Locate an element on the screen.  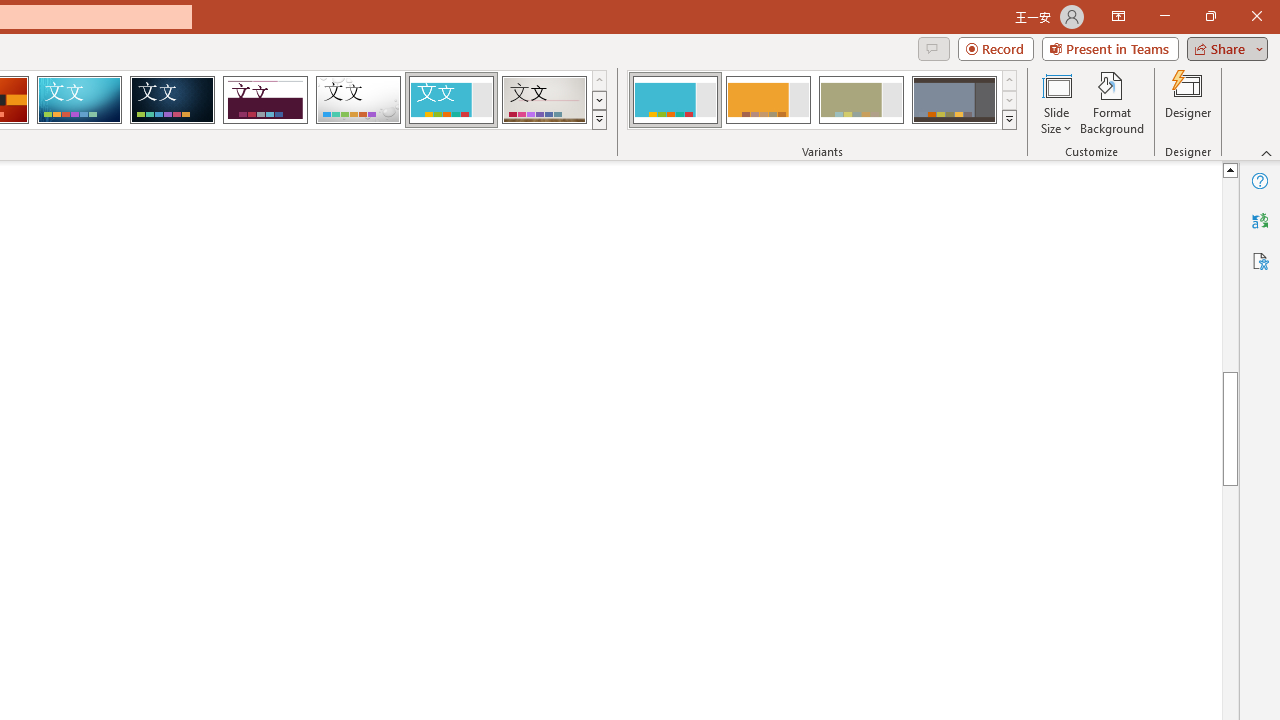
'Slide Size' is located at coordinates (1055, 103).